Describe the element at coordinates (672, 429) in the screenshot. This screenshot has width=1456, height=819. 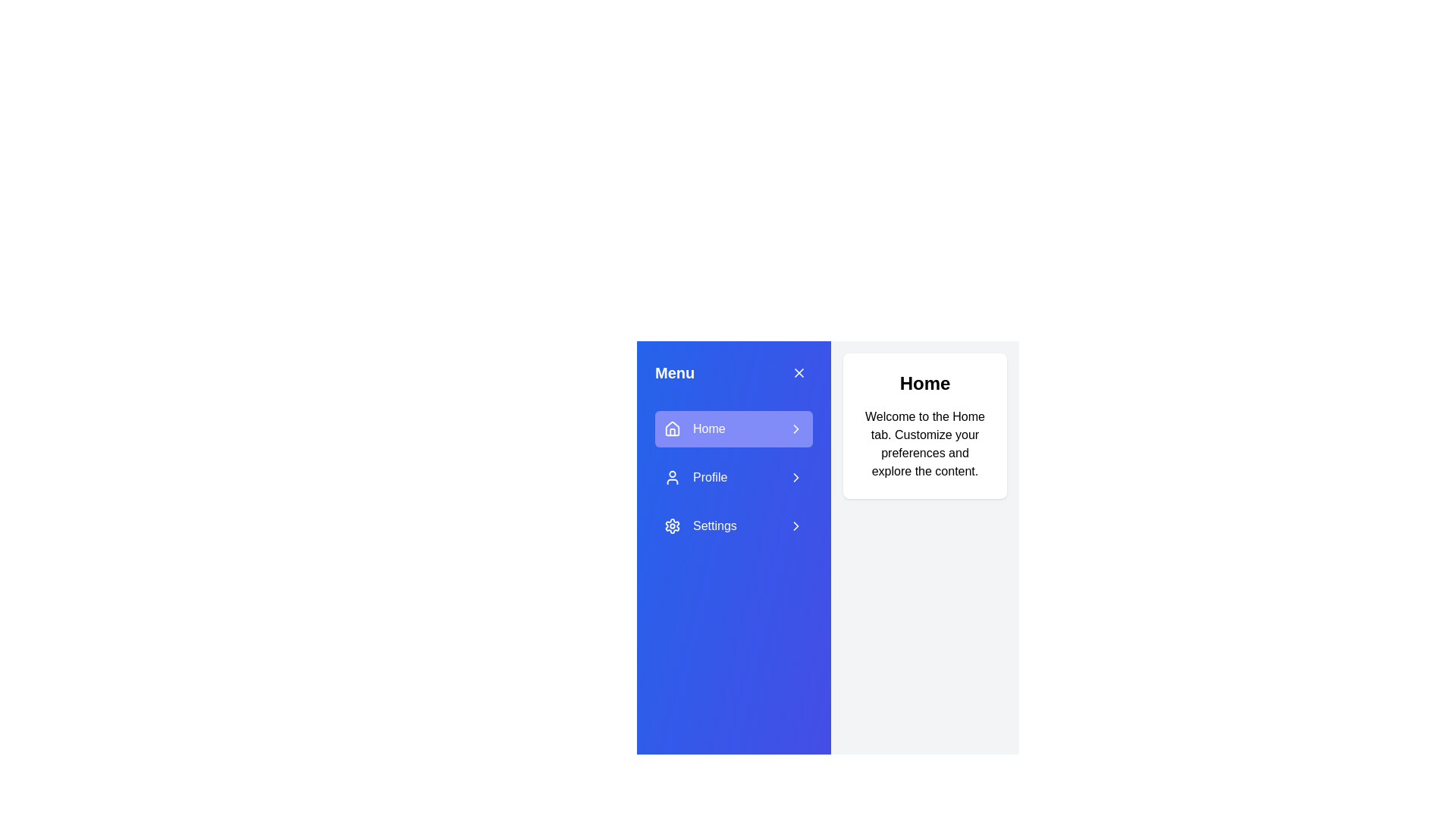
I see `the house icon SVG graphic located in the left sidebar navigation menu next to the 'Home' label` at that location.